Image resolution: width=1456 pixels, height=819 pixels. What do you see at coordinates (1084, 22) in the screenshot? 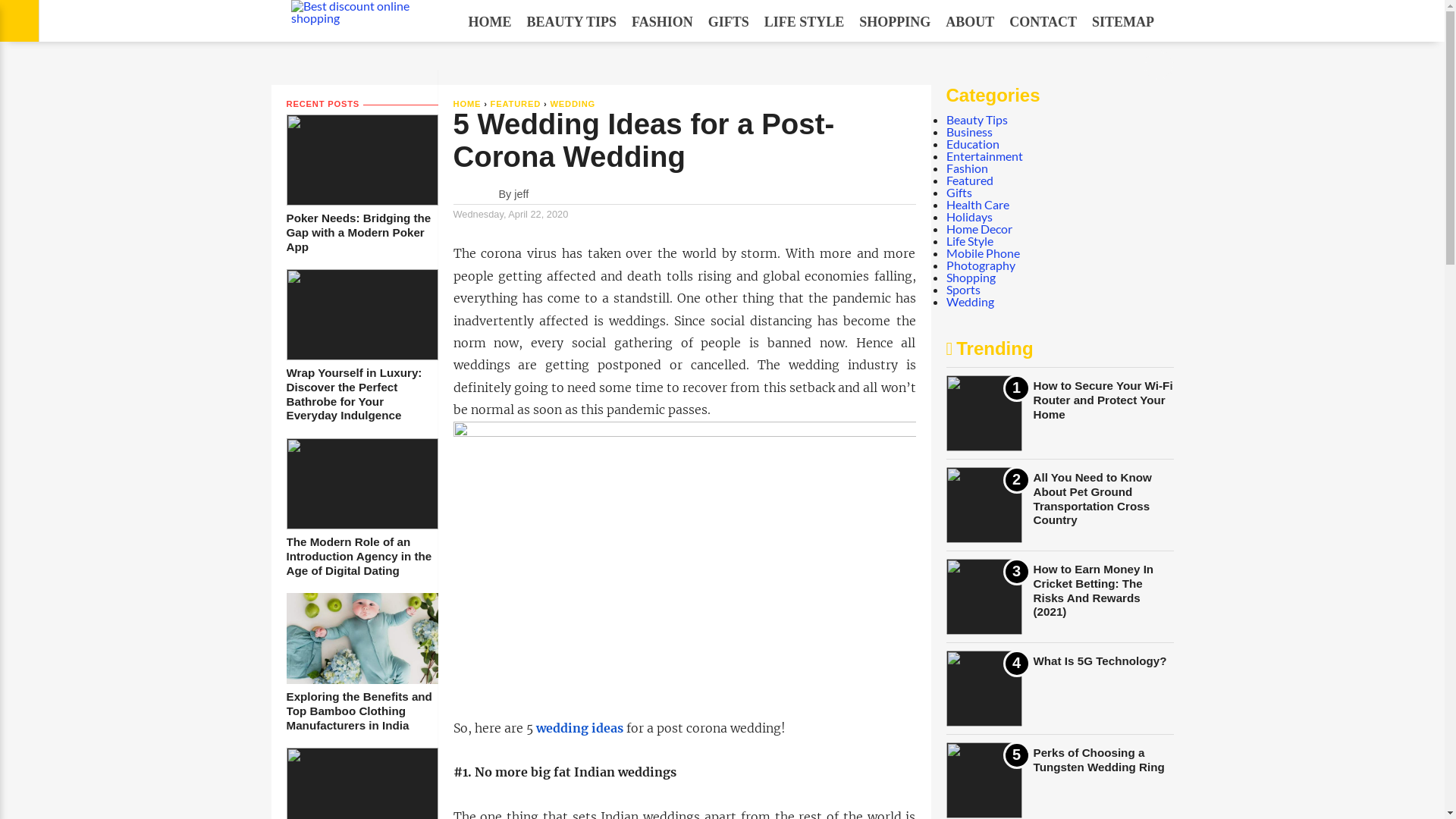
I see `'SITEMAP'` at bounding box center [1084, 22].